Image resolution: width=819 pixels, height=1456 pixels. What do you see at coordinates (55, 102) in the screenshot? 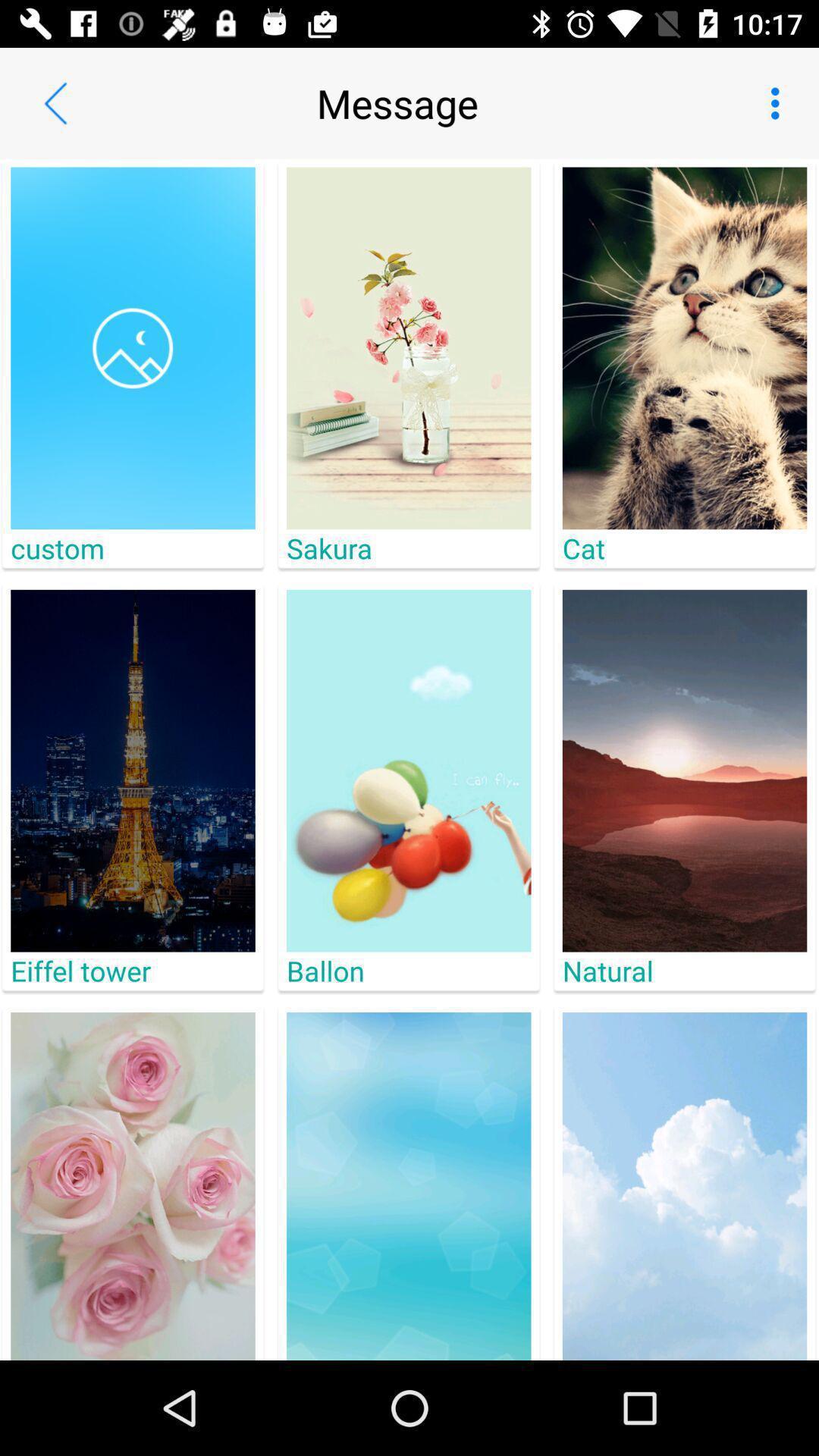
I see `item next to the message` at bounding box center [55, 102].